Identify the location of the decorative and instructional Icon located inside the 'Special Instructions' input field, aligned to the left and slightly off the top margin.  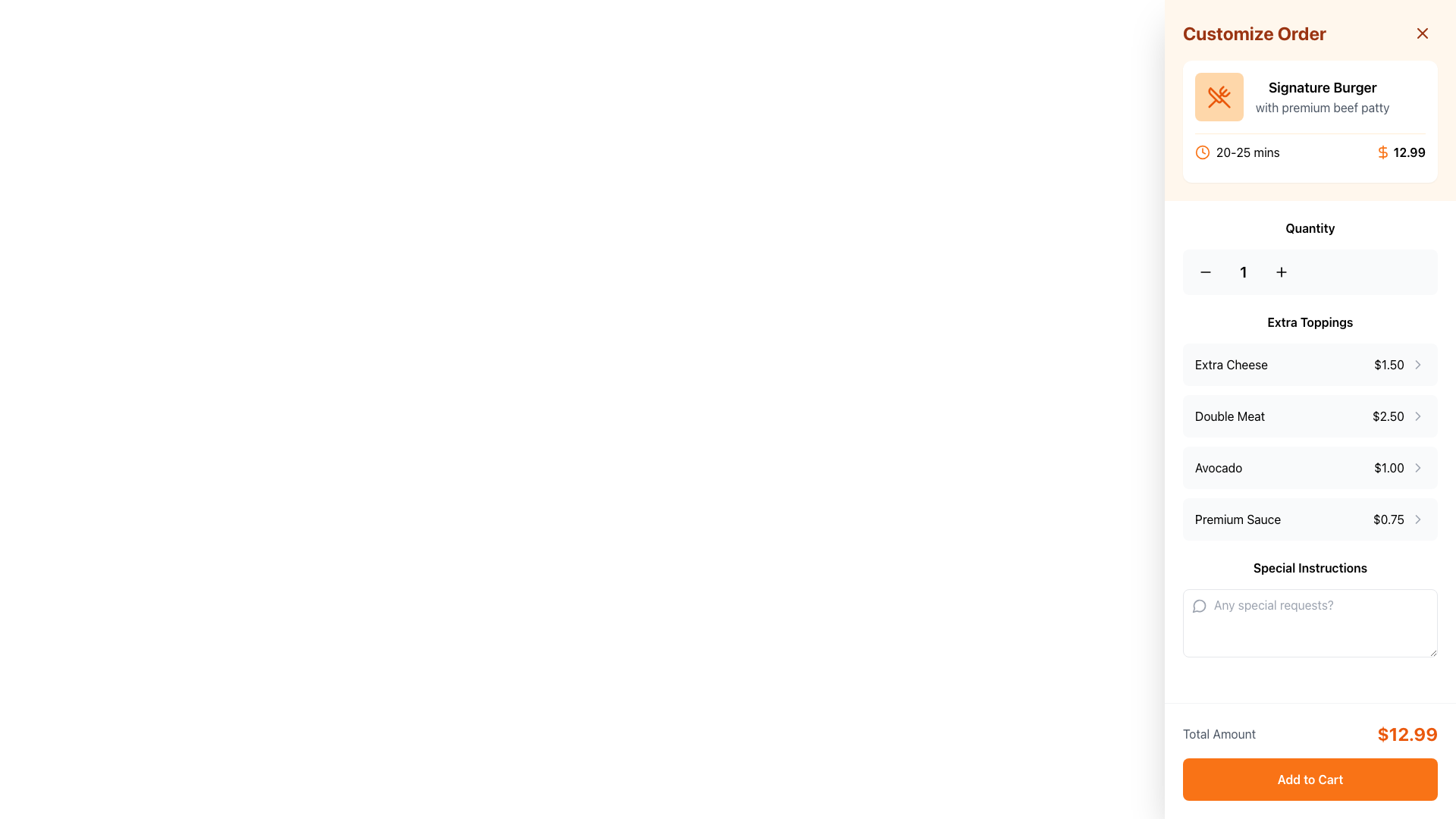
(1199, 604).